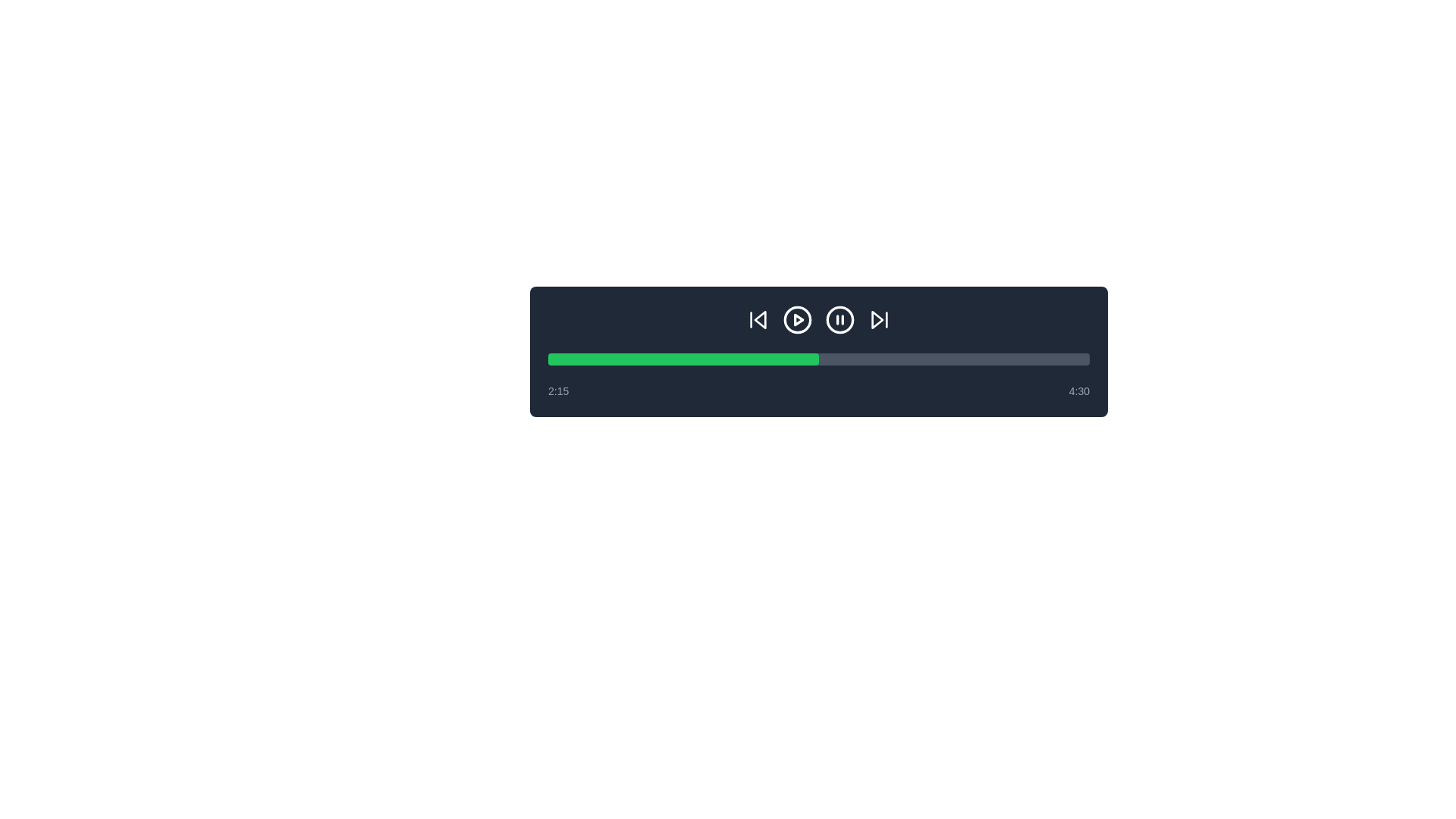 Image resolution: width=1456 pixels, height=819 pixels. What do you see at coordinates (1078, 391) in the screenshot?
I see `the text label displaying the total or remaining duration time of media playback` at bounding box center [1078, 391].